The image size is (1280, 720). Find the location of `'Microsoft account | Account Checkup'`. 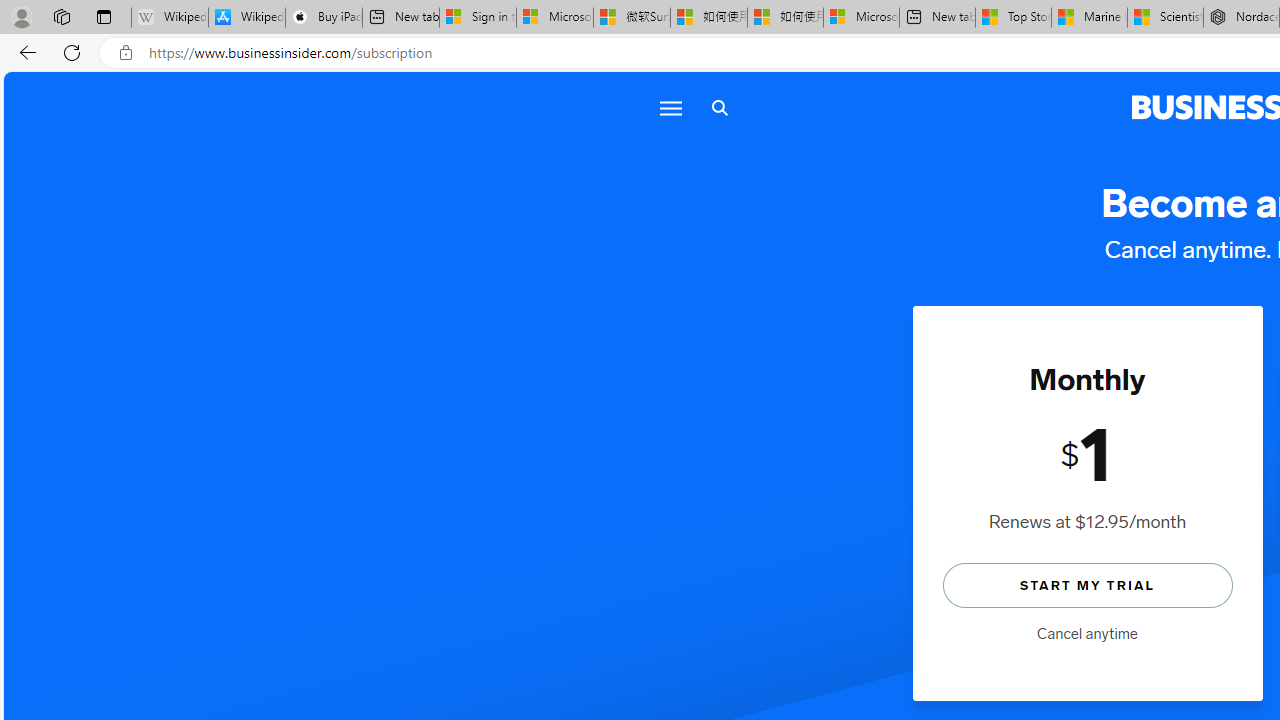

'Microsoft account | Account Checkup' is located at coordinates (861, 17).